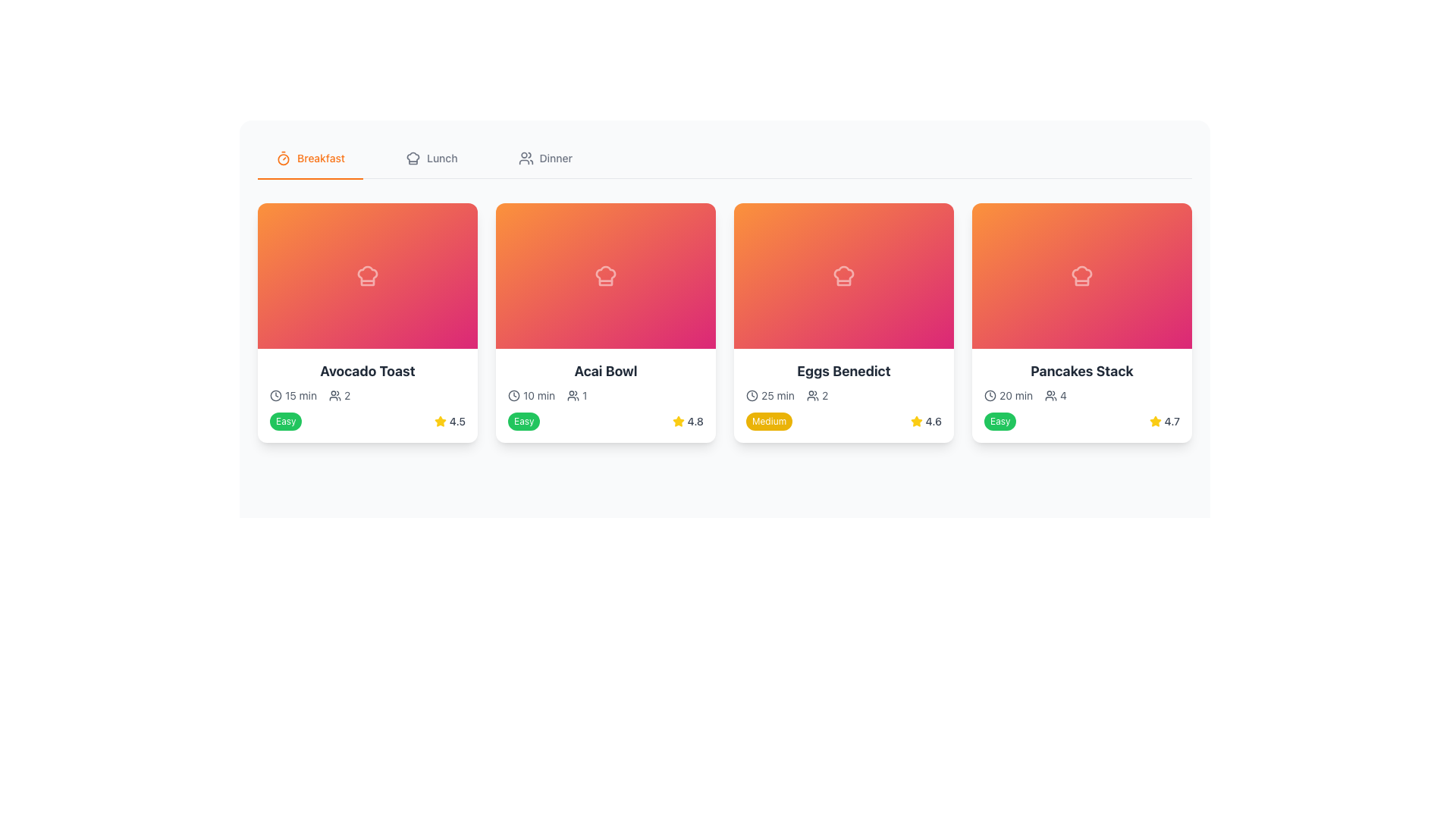 This screenshot has height=819, width=1456. Describe the element at coordinates (843, 275) in the screenshot. I see `the chef hat icon located in the third card of the horizontally arranged list of cards below the header tabs labeled 'Breakfast,' 'Lunch,' and 'Dinner.'` at that location.